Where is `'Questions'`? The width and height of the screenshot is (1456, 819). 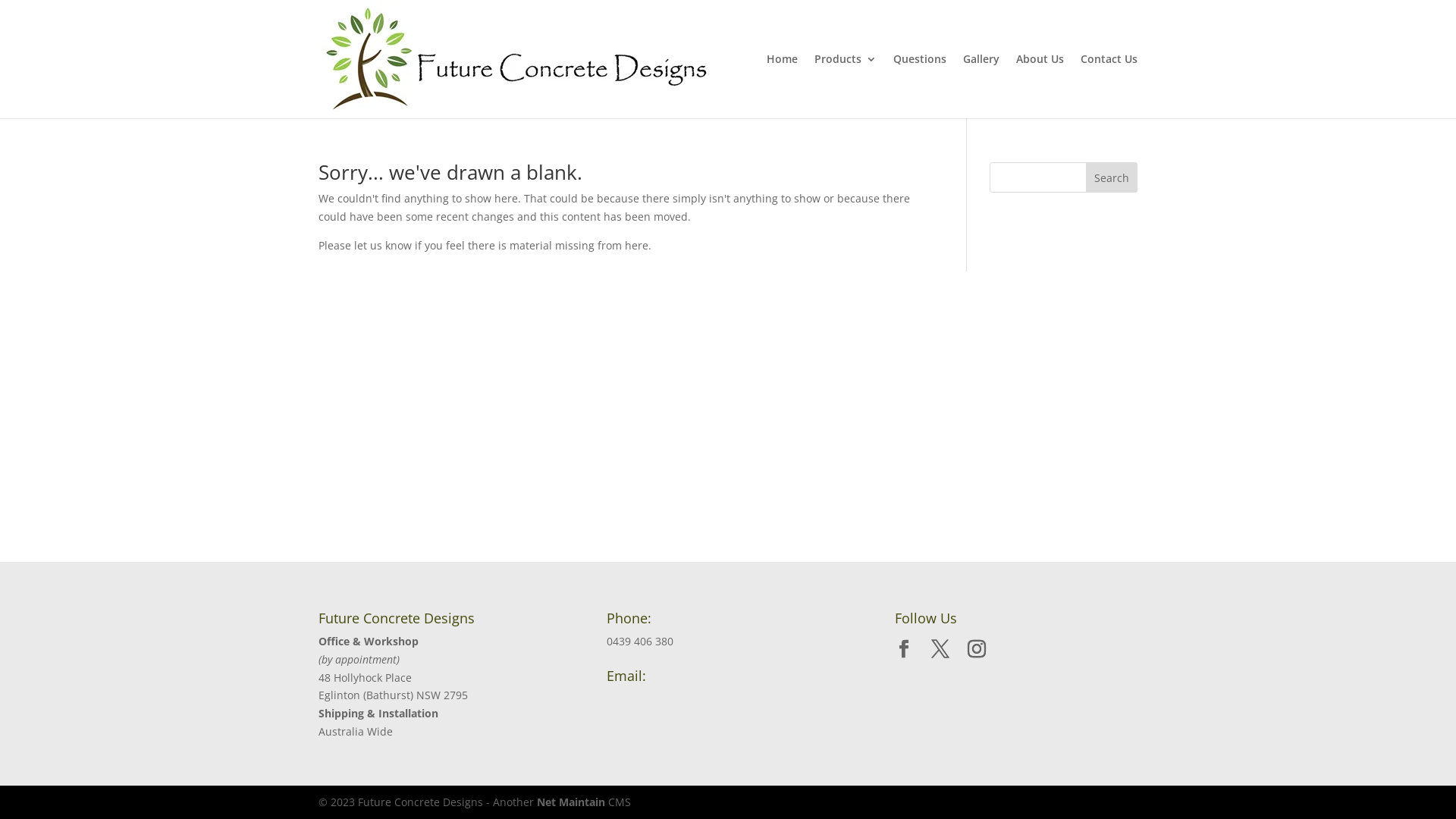
'Questions' is located at coordinates (919, 86).